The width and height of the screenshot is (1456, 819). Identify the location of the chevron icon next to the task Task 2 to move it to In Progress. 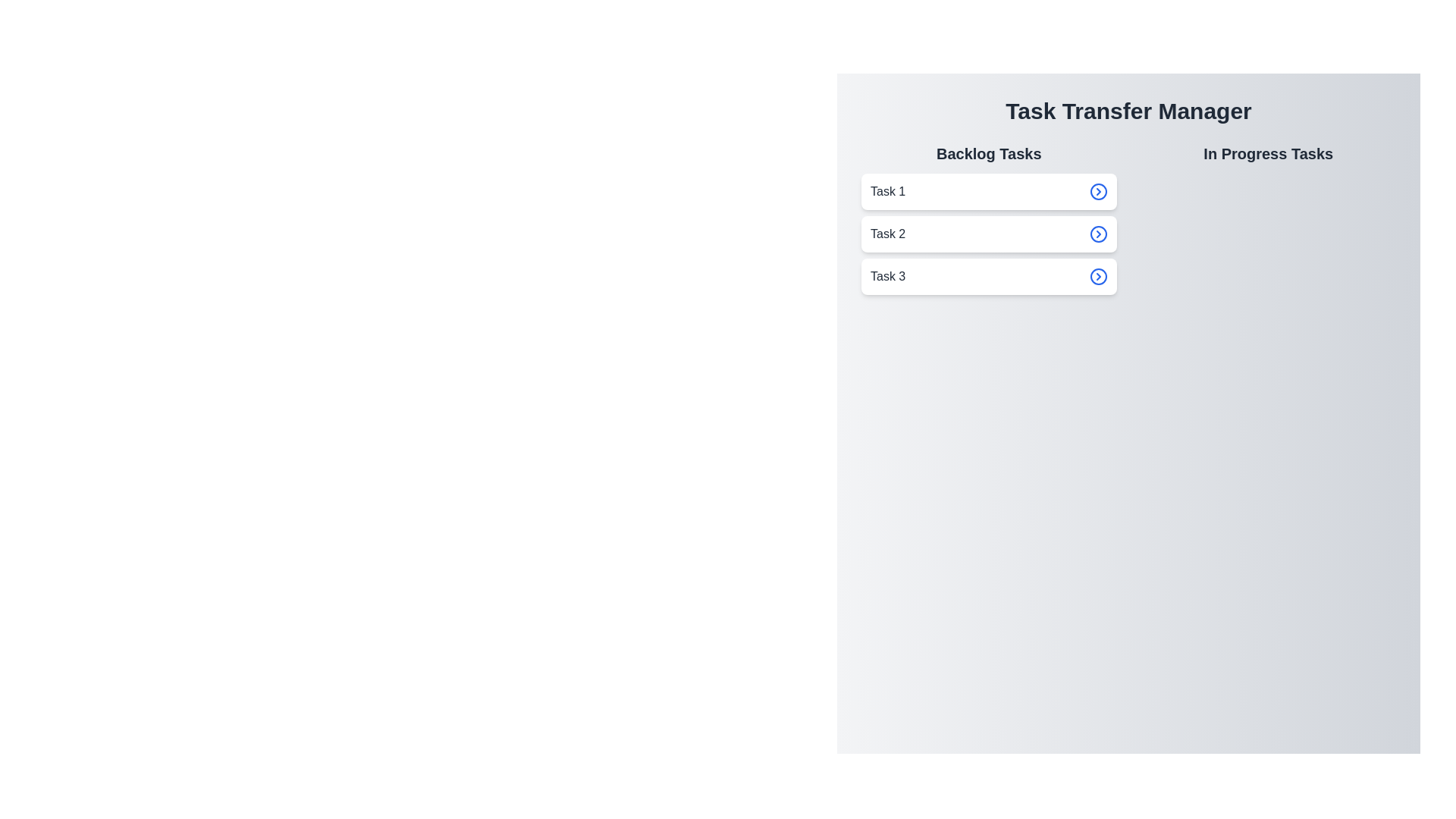
(1098, 234).